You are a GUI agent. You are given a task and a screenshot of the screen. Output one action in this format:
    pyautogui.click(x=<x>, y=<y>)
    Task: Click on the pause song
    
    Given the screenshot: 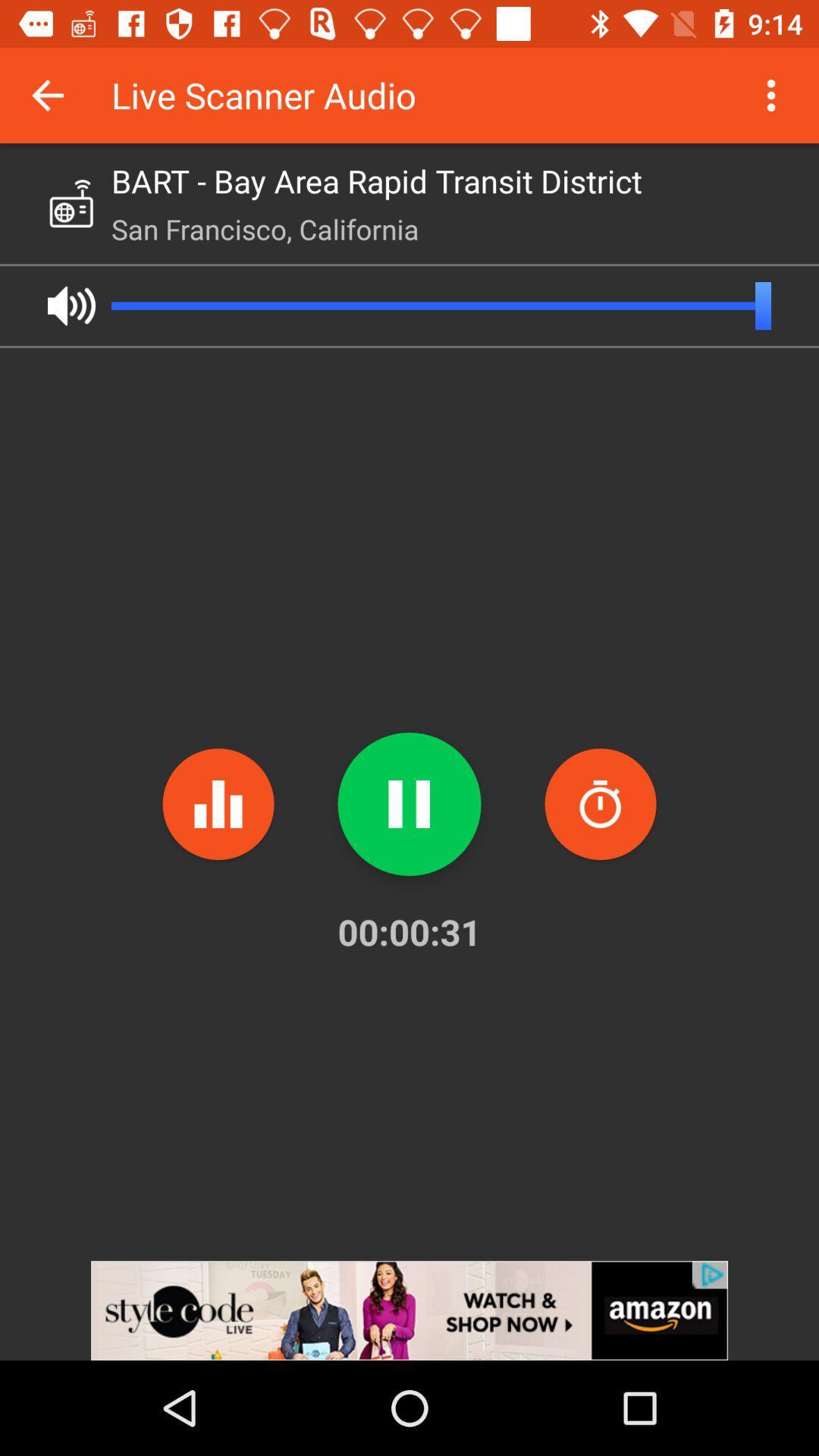 What is the action you would take?
    pyautogui.click(x=409, y=803)
    